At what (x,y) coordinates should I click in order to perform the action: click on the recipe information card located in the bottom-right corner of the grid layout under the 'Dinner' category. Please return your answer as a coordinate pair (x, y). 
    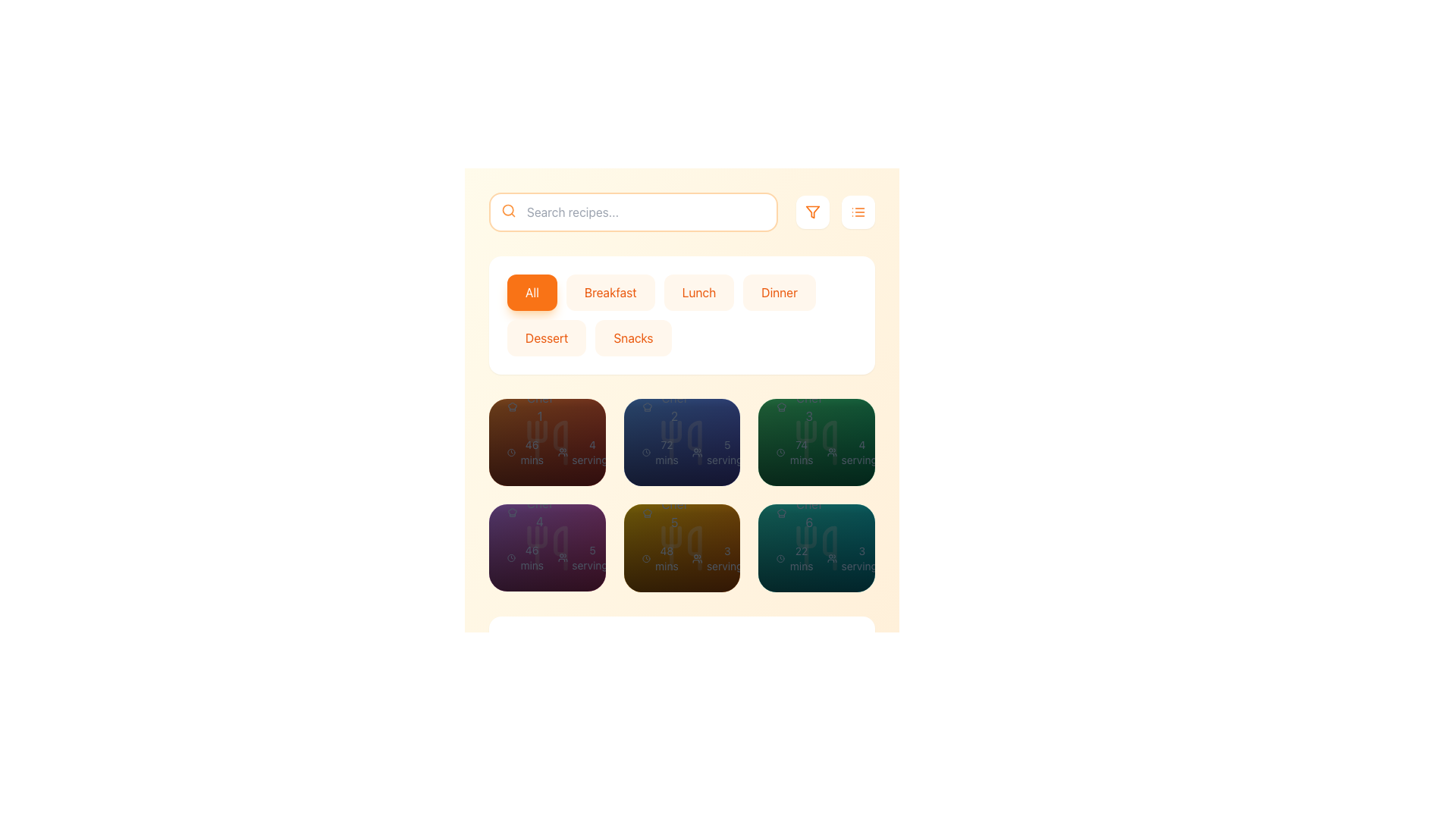
    Looking at the image, I should click on (816, 406).